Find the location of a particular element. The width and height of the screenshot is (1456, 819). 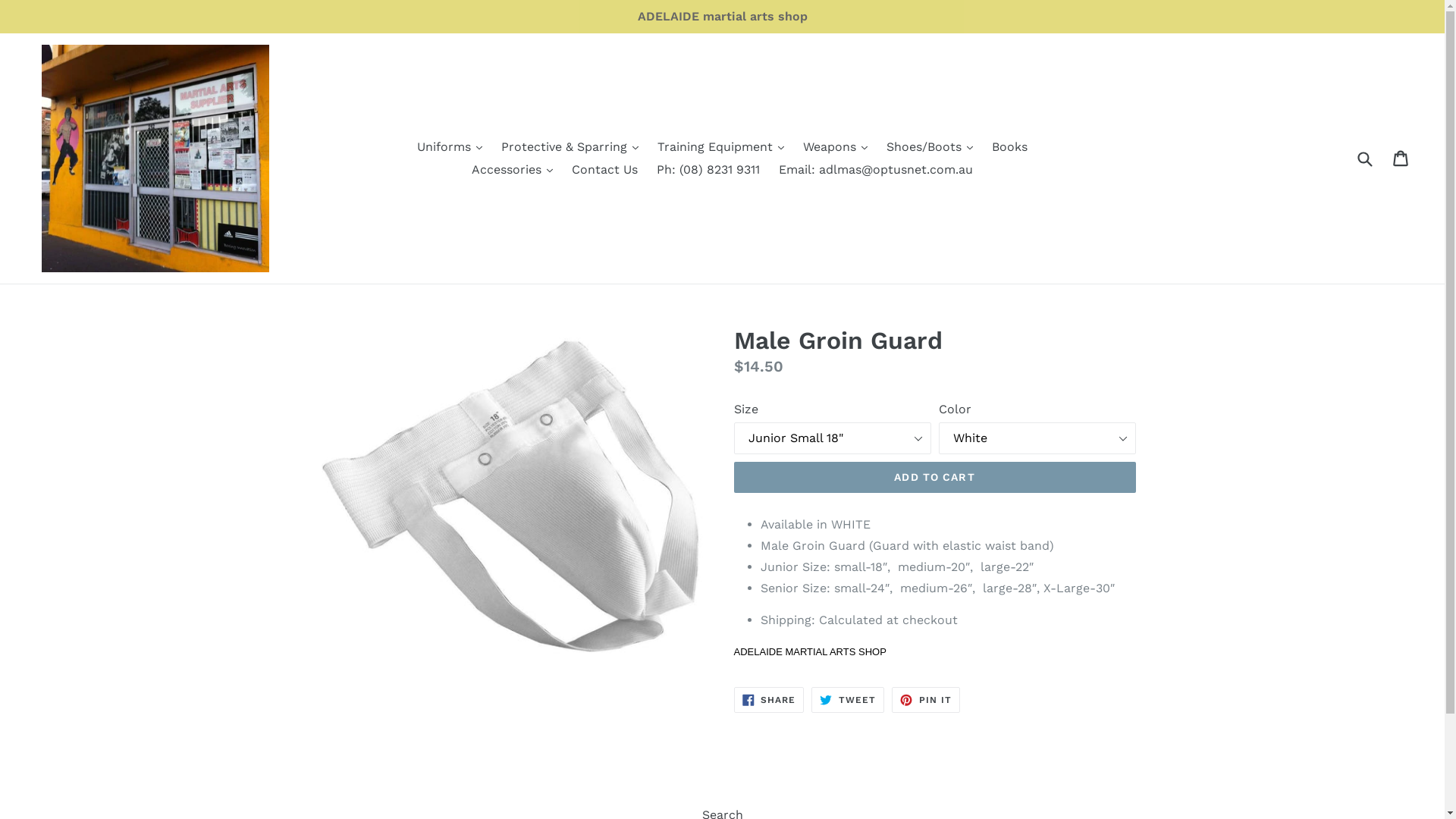

'Contact Us' is located at coordinates (604, 169).